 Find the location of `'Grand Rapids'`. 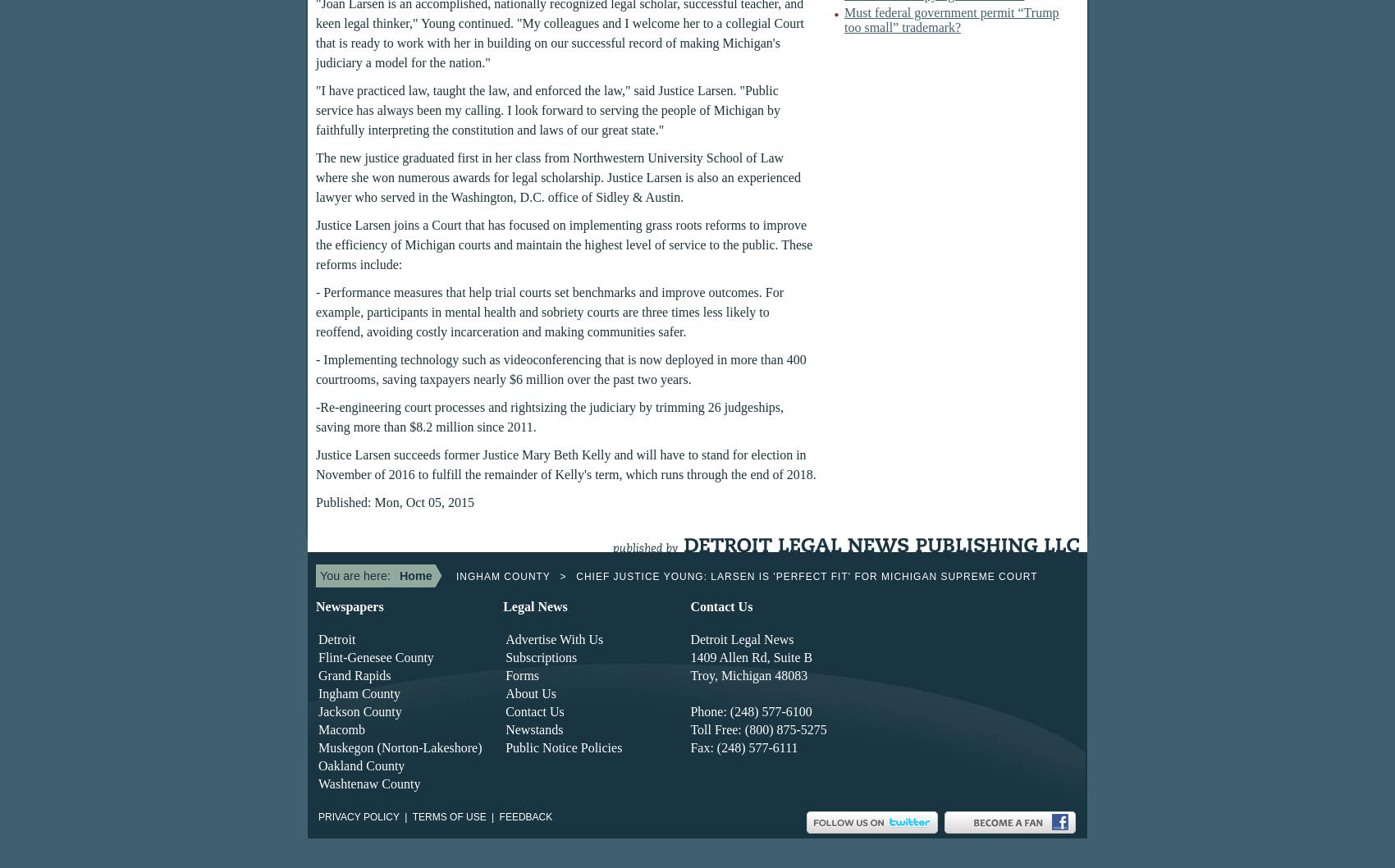

'Grand Rapids' is located at coordinates (354, 674).